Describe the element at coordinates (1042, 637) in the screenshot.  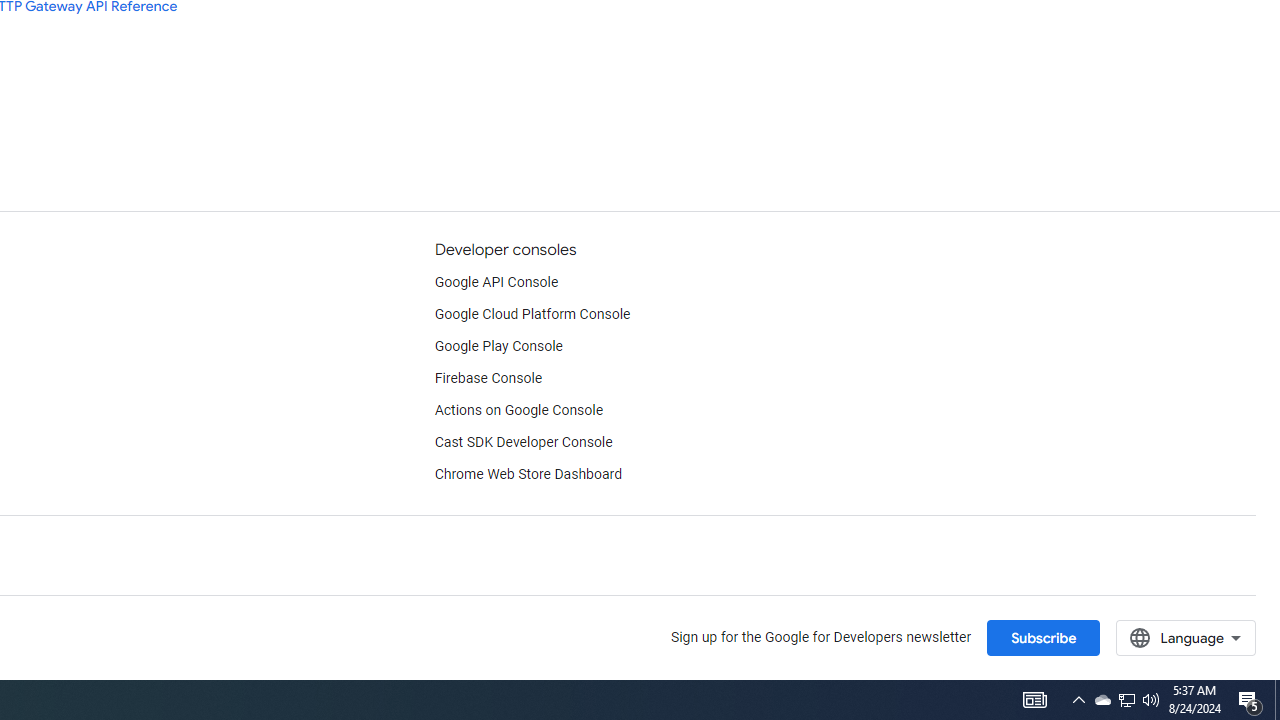
I see `'Subscribe'` at that location.